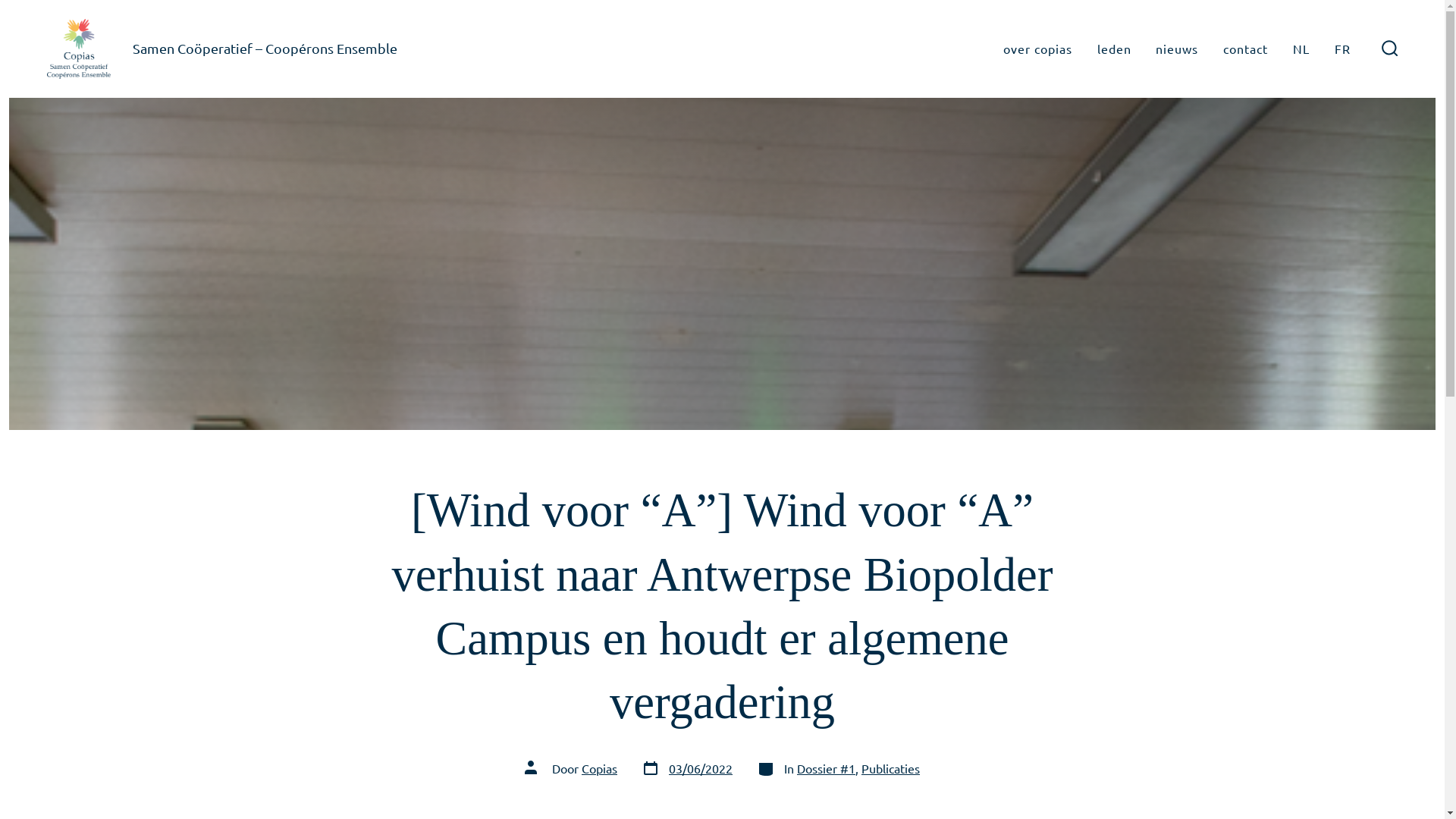  I want to click on 'zoeken in-/uitschakelen', so click(1372, 48).